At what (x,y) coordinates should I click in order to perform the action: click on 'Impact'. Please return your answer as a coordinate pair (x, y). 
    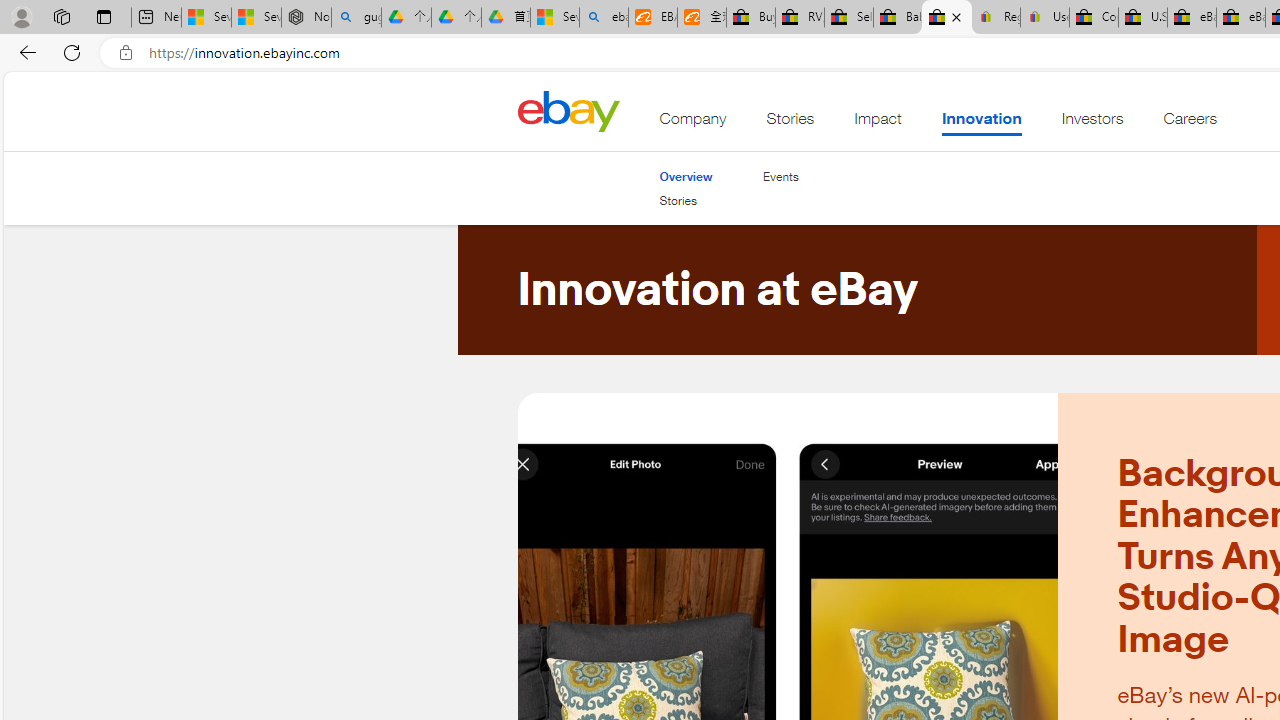
    Looking at the image, I should click on (878, 123).